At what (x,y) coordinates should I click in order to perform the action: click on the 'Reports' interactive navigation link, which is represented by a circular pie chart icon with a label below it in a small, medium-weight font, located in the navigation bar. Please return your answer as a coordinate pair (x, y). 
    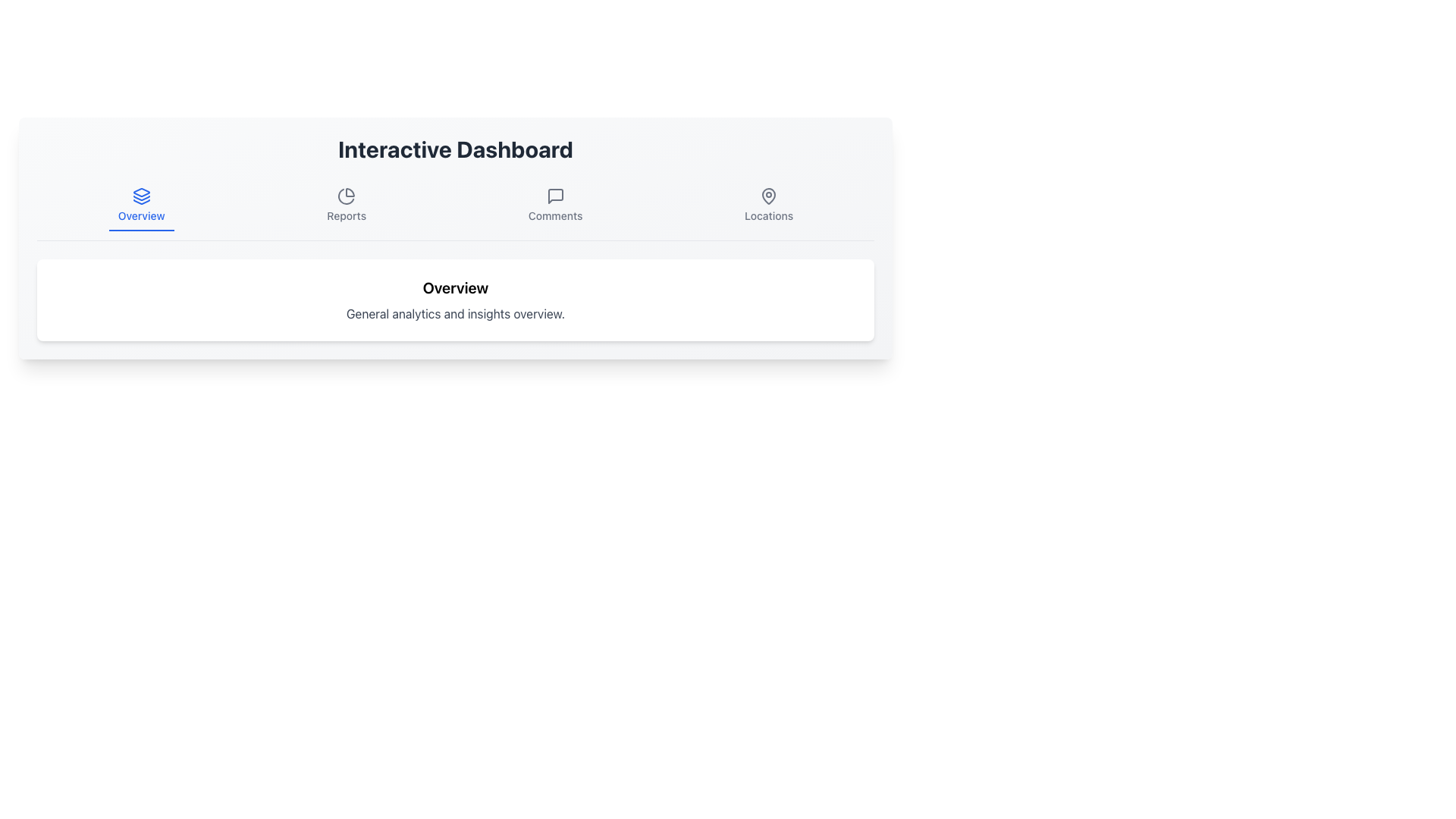
    Looking at the image, I should click on (346, 206).